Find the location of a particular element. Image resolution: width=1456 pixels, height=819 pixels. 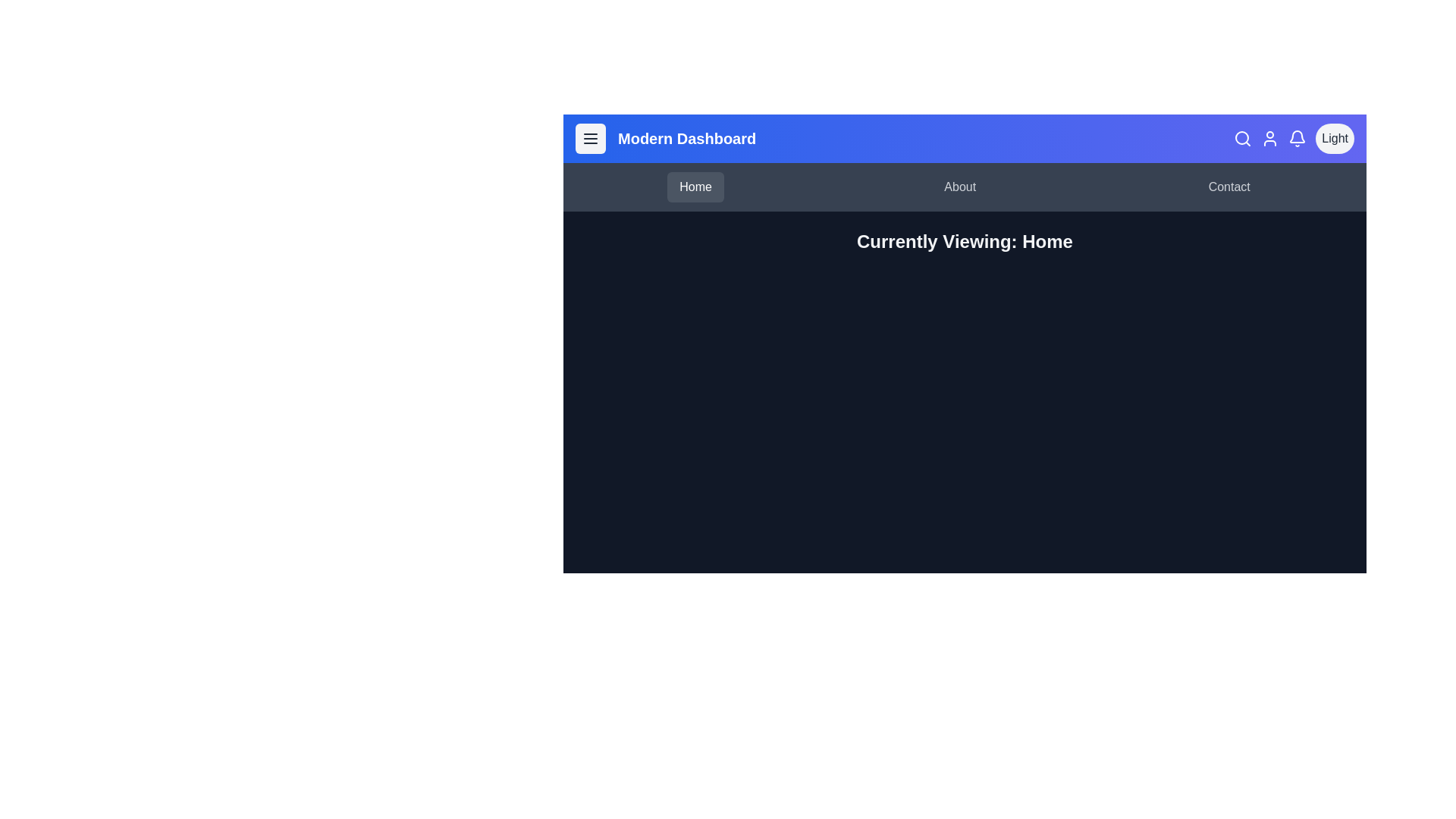

bell icon to view notifications is located at coordinates (1296, 138).